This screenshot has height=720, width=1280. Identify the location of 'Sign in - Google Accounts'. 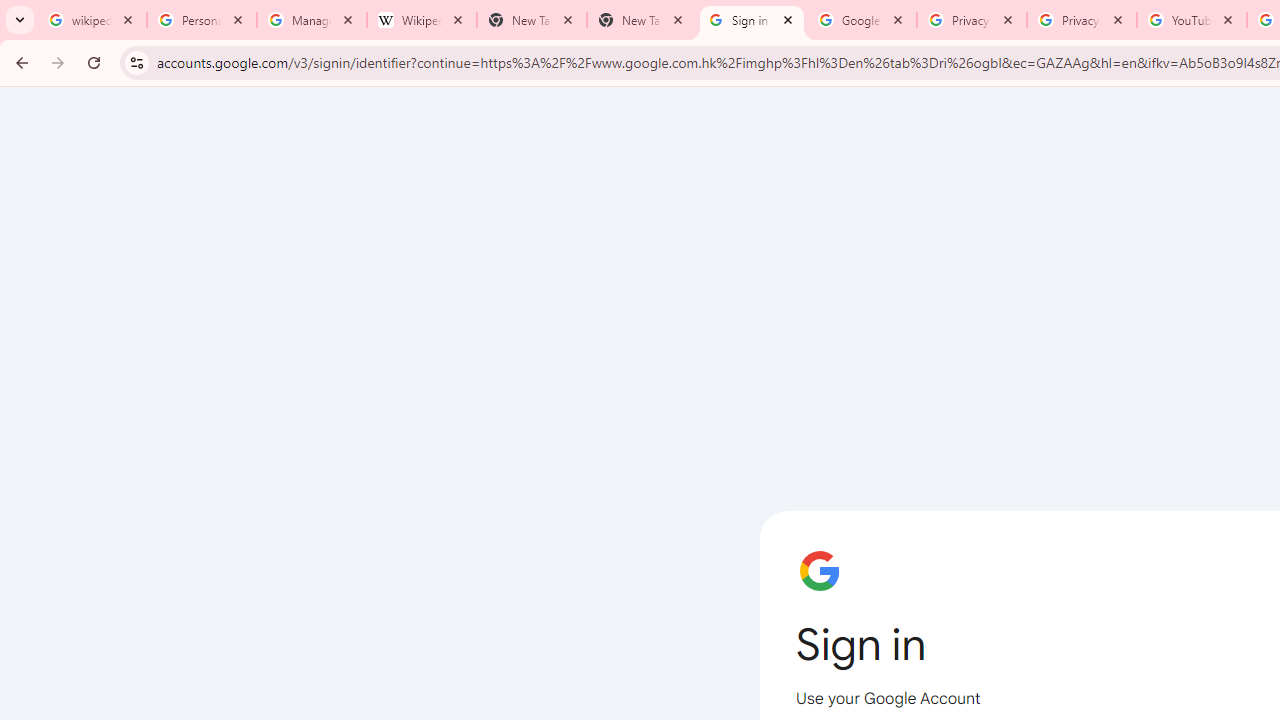
(751, 20).